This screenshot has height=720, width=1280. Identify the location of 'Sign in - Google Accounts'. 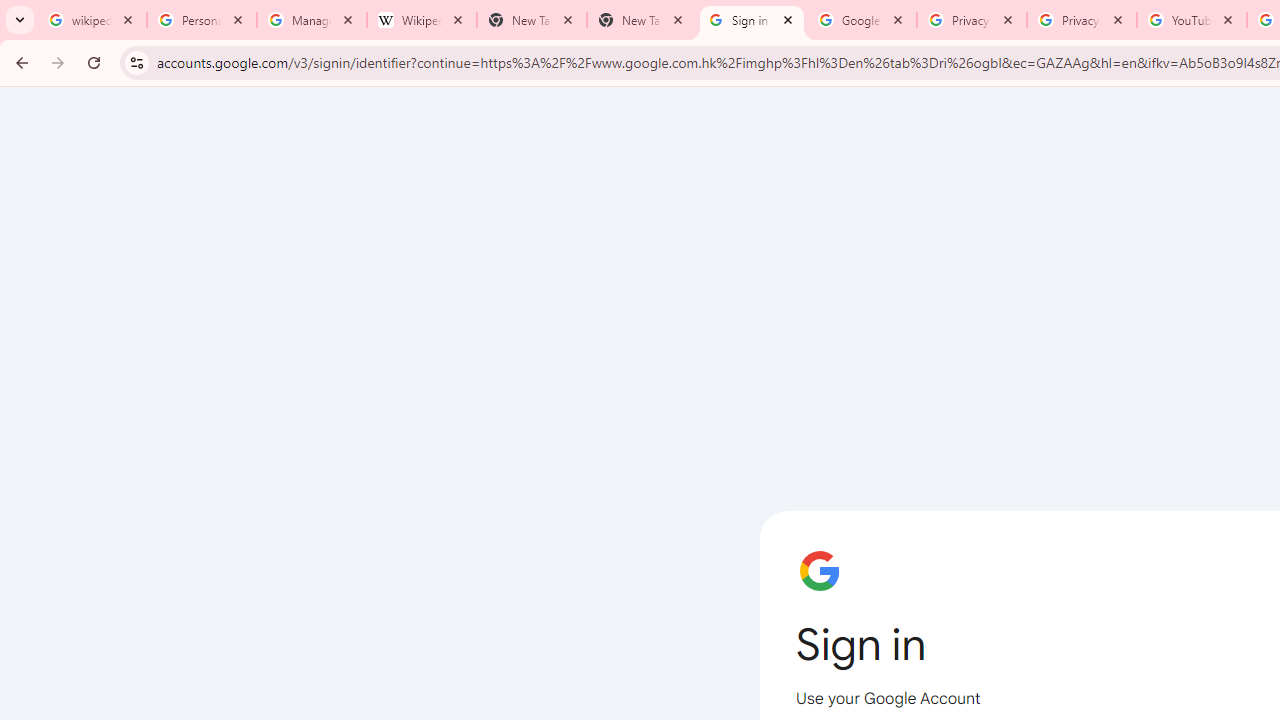
(751, 20).